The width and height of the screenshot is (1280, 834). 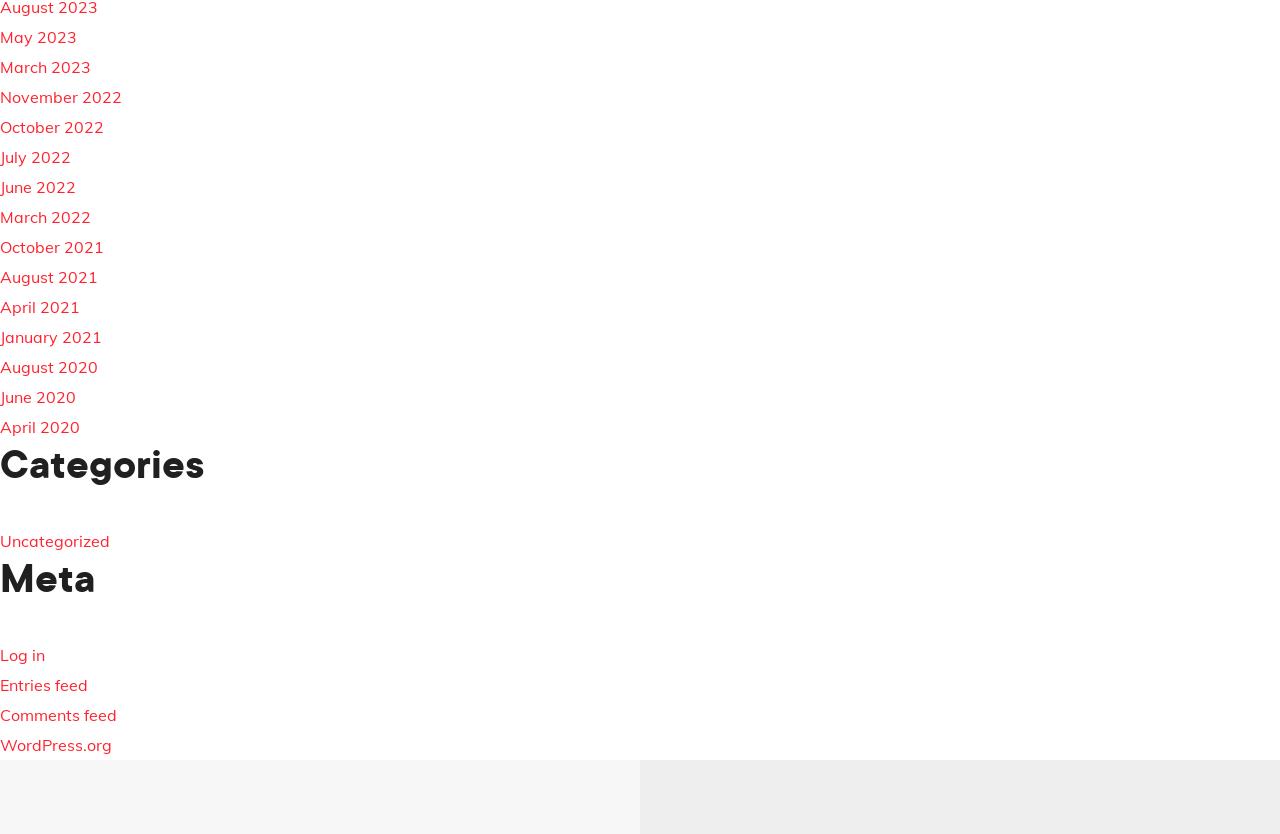 I want to click on 'WordPress.org', so click(x=55, y=745).